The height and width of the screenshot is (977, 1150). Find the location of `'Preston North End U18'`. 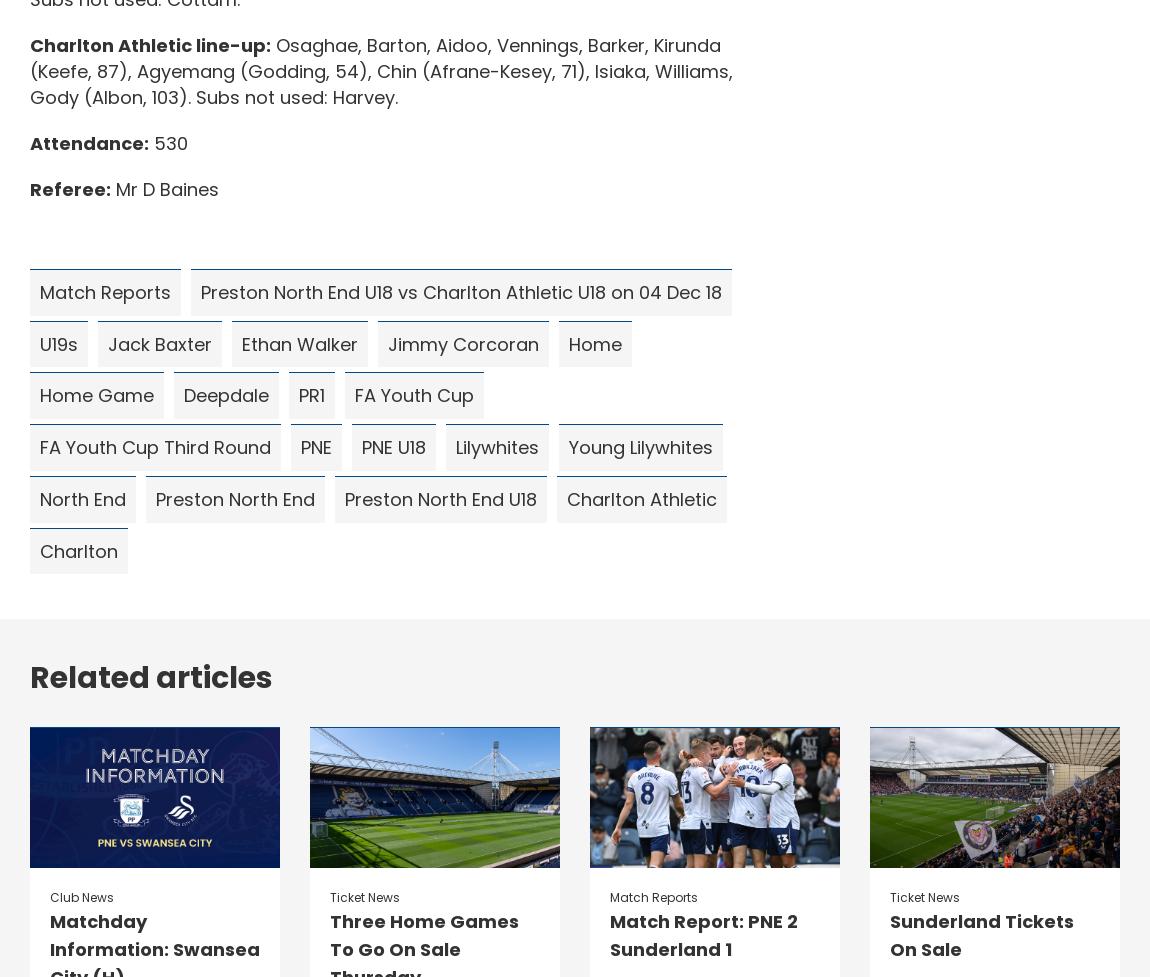

'Preston North End U18' is located at coordinates (441, 497).